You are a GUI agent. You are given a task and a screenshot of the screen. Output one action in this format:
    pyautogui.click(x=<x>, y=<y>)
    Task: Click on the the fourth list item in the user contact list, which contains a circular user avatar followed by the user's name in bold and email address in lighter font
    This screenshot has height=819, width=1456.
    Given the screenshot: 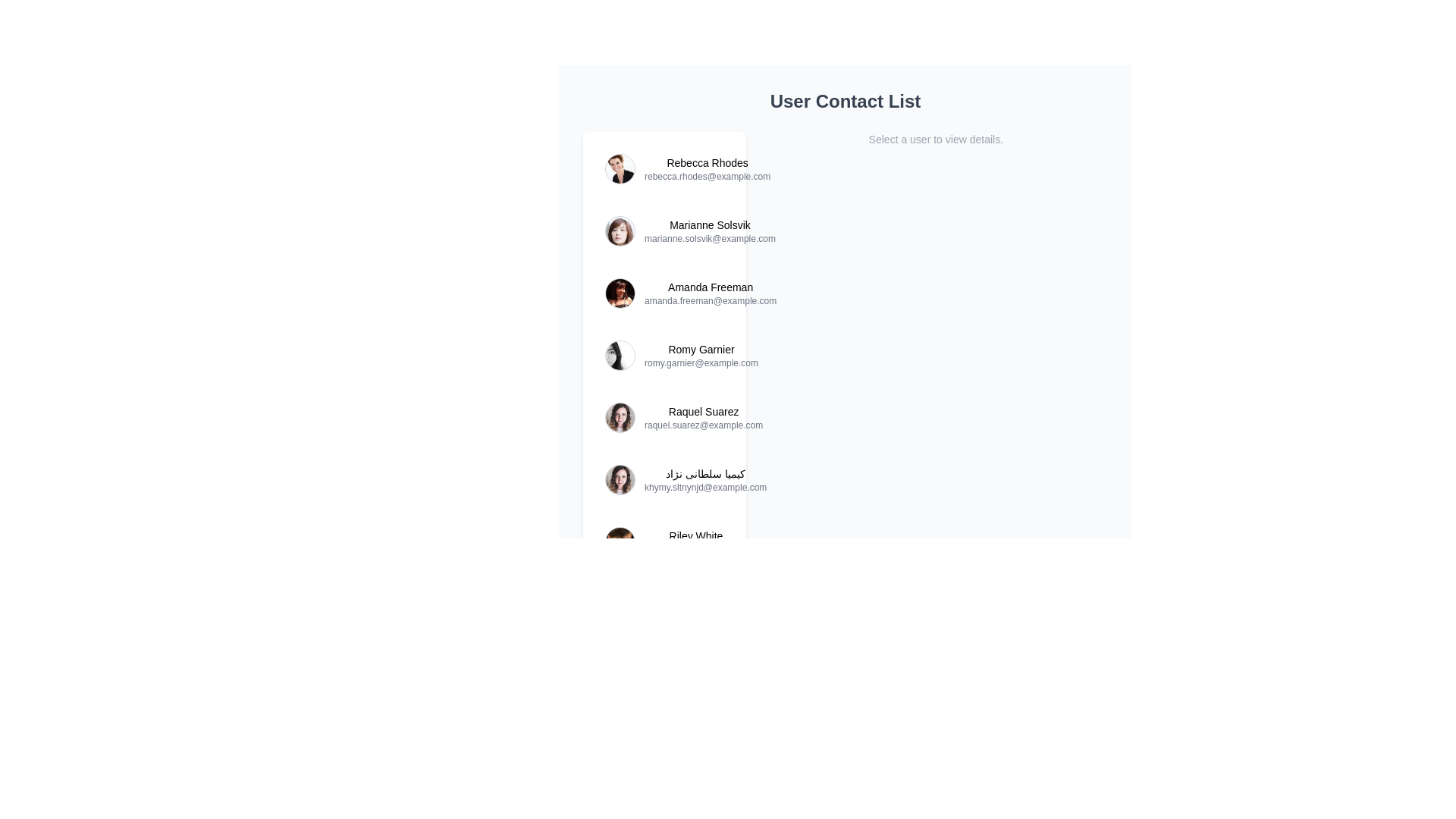 What is the action you would take?
    pyautogui.click(x=664, y=356)
    